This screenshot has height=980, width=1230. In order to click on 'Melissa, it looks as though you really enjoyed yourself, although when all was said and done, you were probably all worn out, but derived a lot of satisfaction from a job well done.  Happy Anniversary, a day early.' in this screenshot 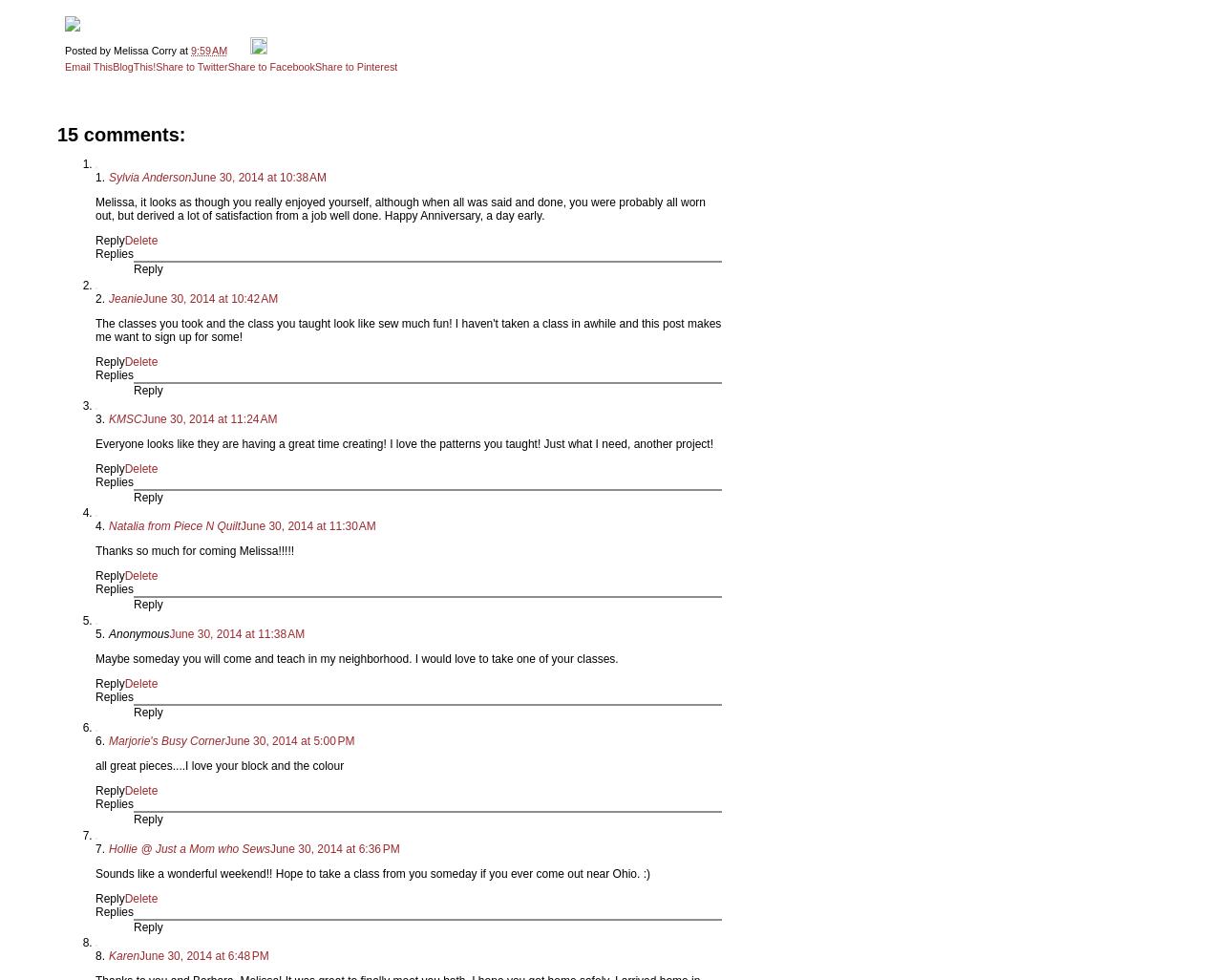, I will do `click(400, 209)`.